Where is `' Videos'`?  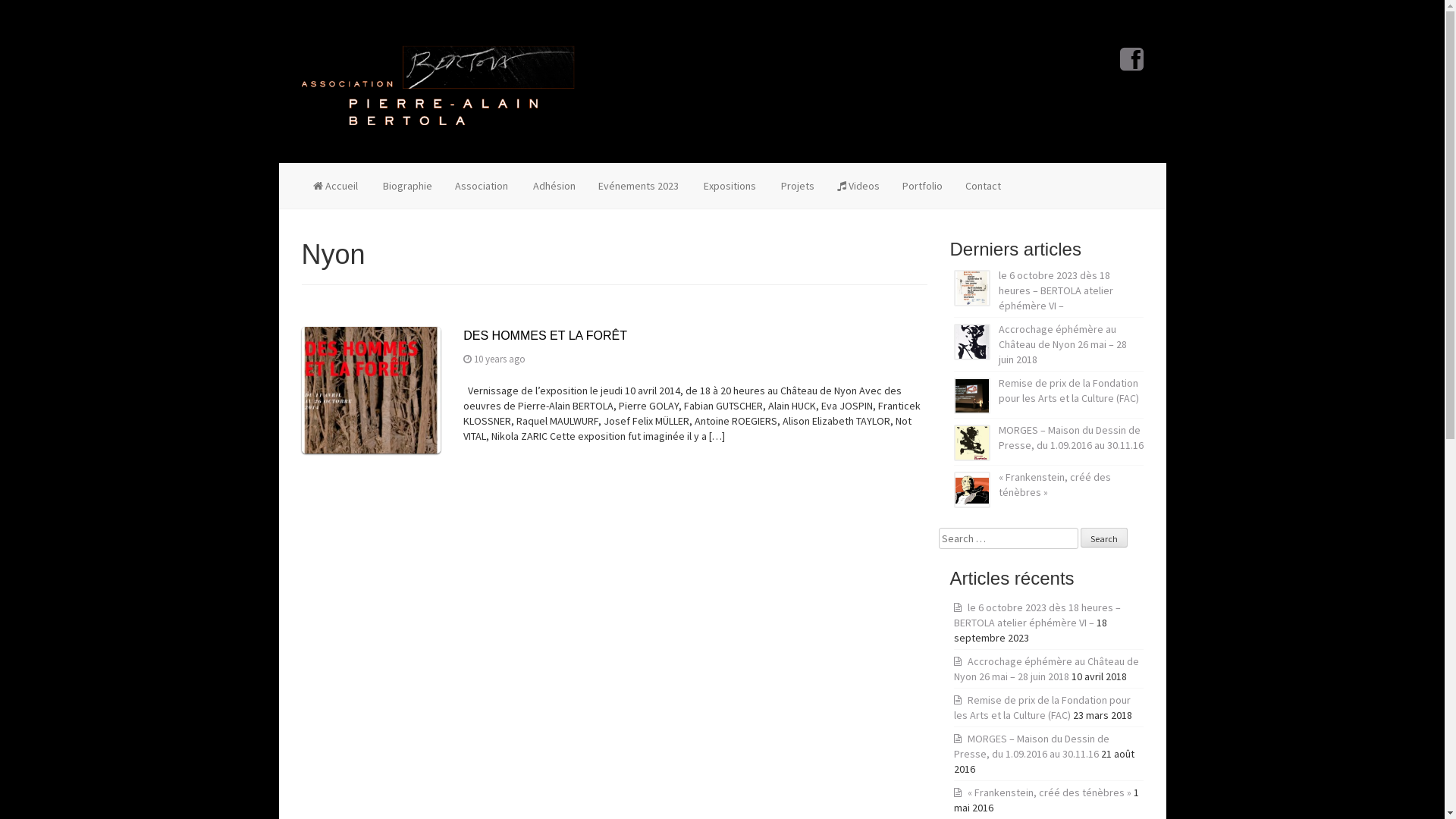
' Videos' is located at coordinates (858, 185).